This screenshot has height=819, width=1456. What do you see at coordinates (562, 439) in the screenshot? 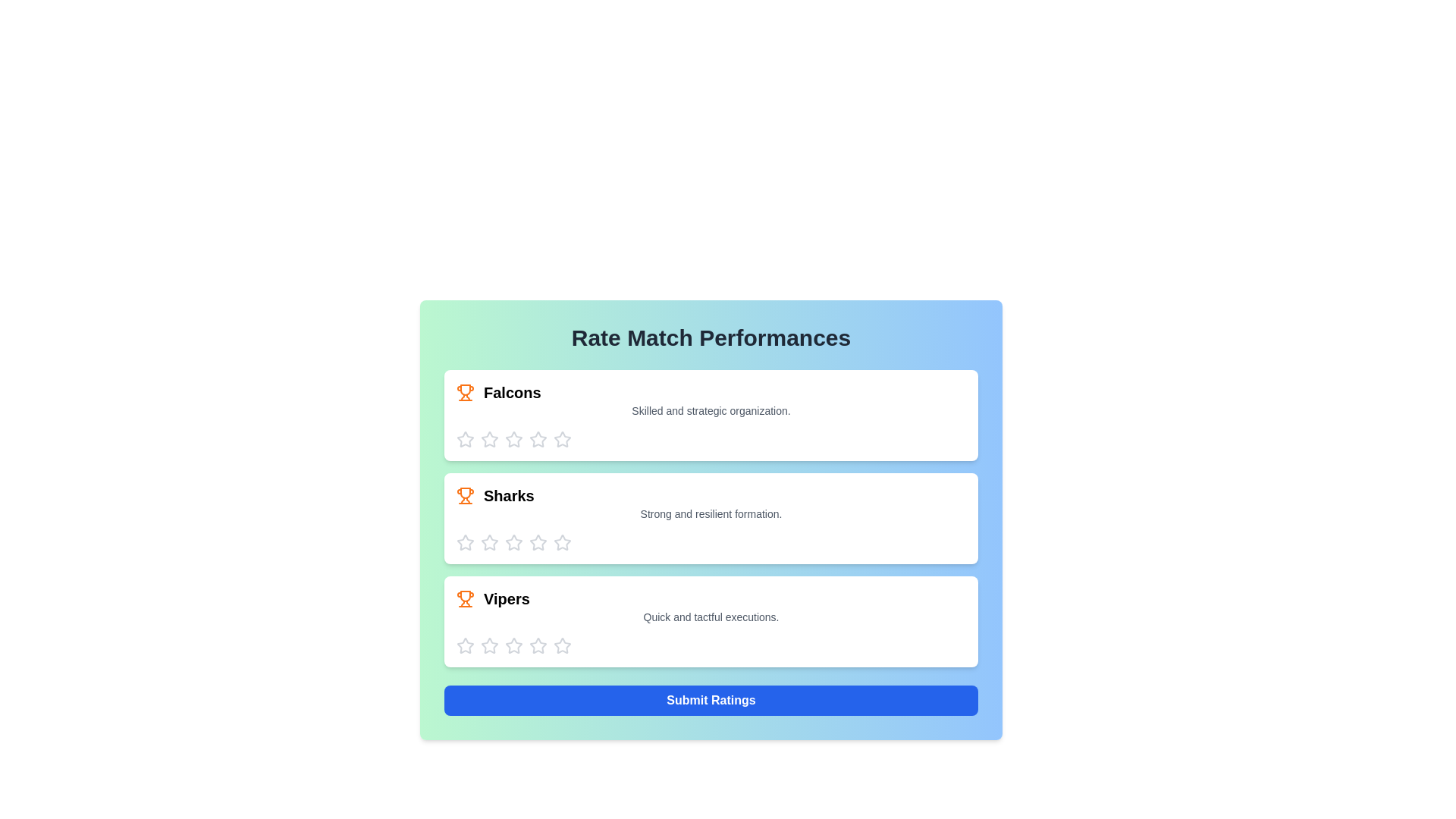
I see `the Falcons team's 5 star to set the rating` at bounding box center [562, 439].